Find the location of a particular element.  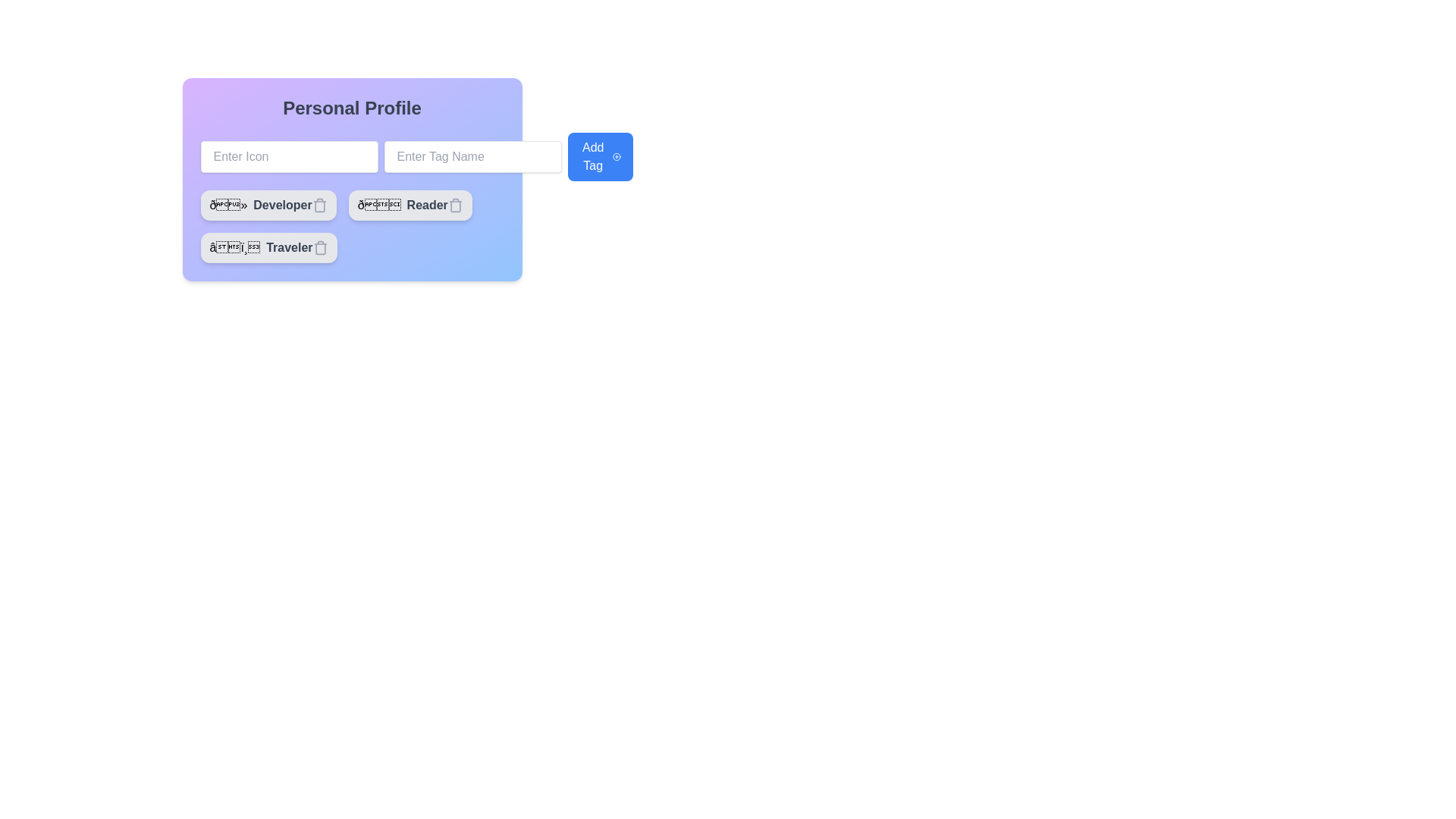

the trash can icon element that is part of the 'Traveler' tag in the UI panel, which is used for delete actions is located at coordinates (319, 248).